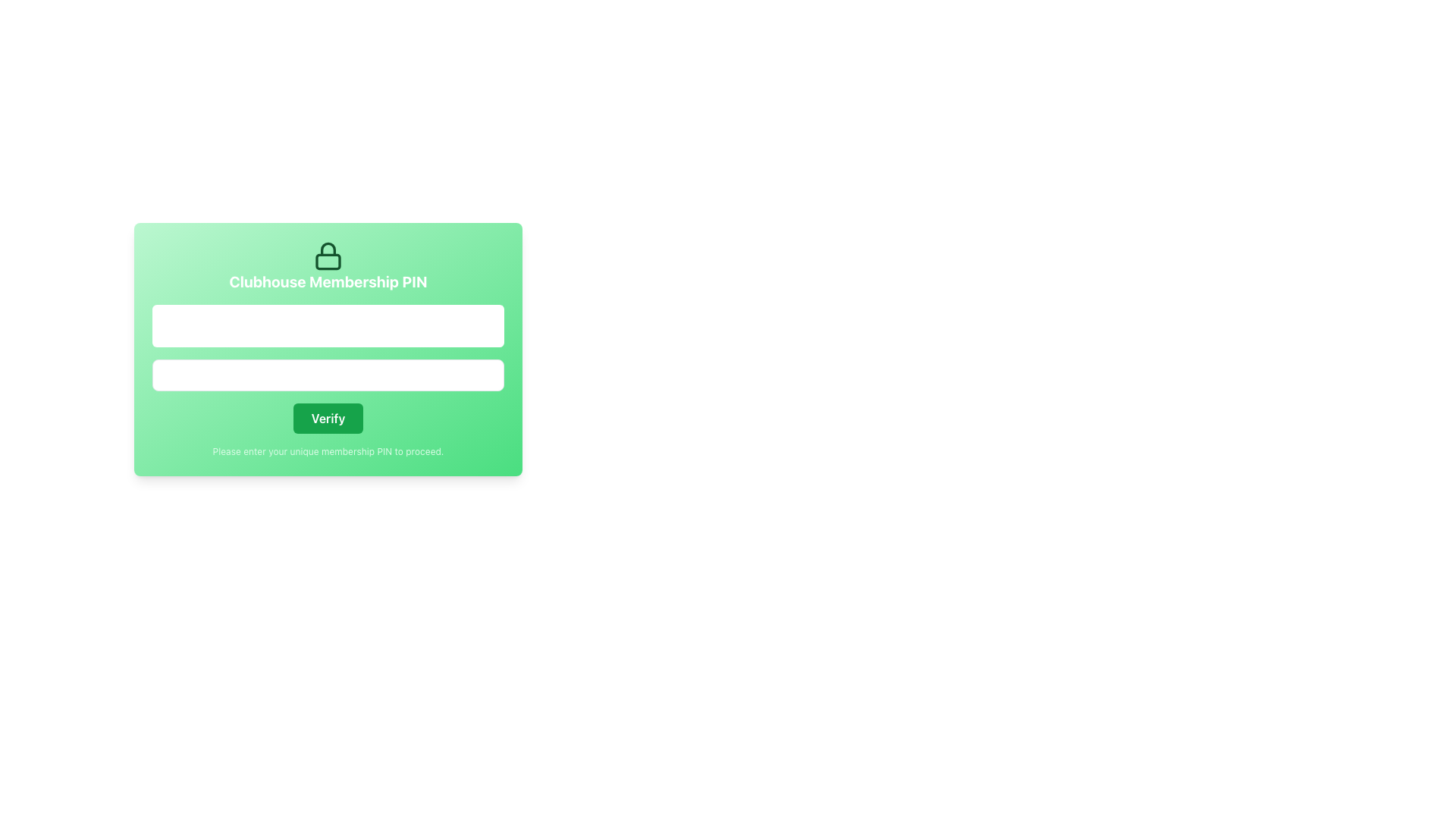  I want to click on the 'Verify' button, which is a green button with white text located directly below the password input field in the form card, so click(327, 418).